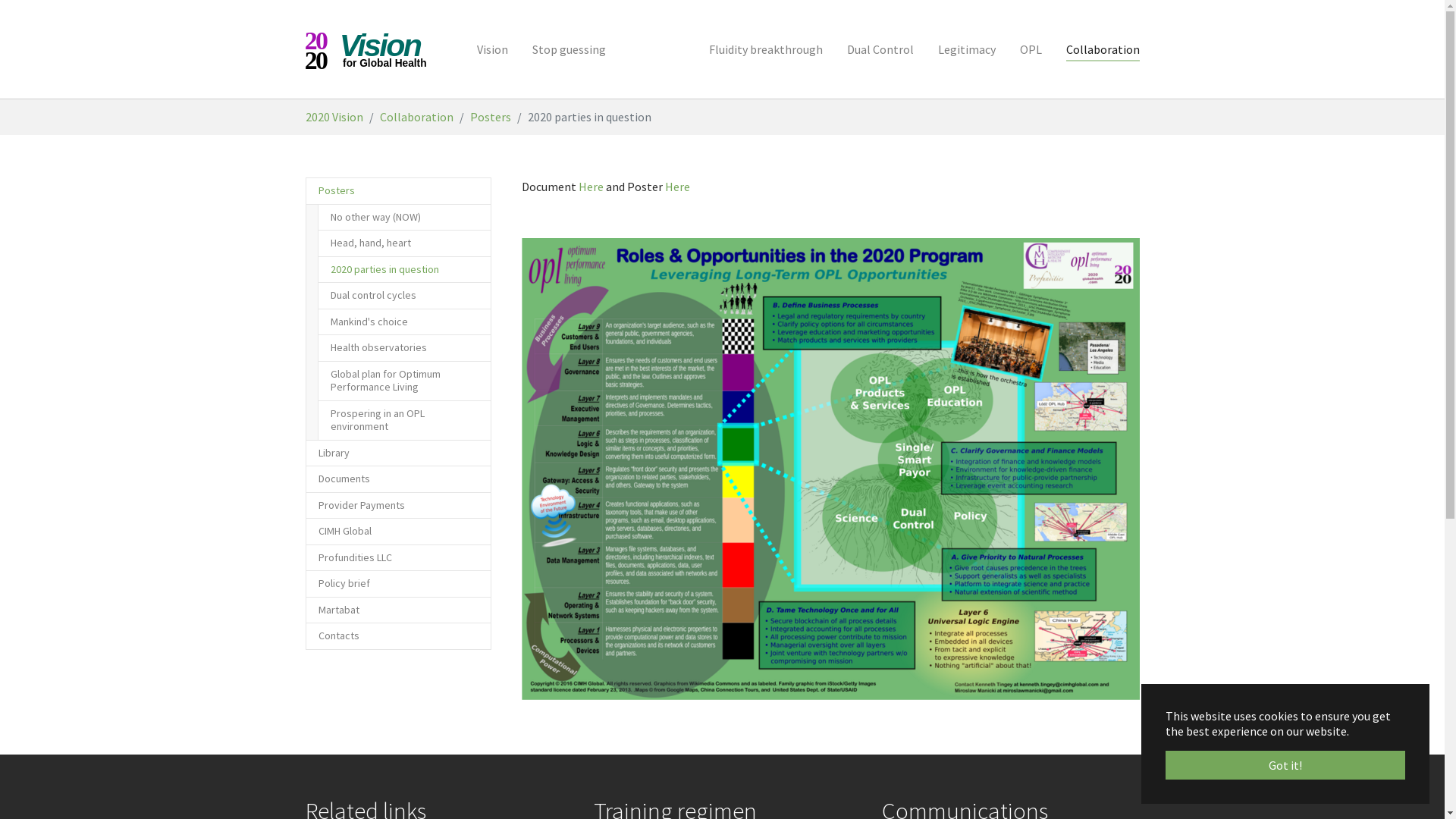  Describe the element at coordinates (304, 479) in the screenshot. I see `'Documents'` at that location.